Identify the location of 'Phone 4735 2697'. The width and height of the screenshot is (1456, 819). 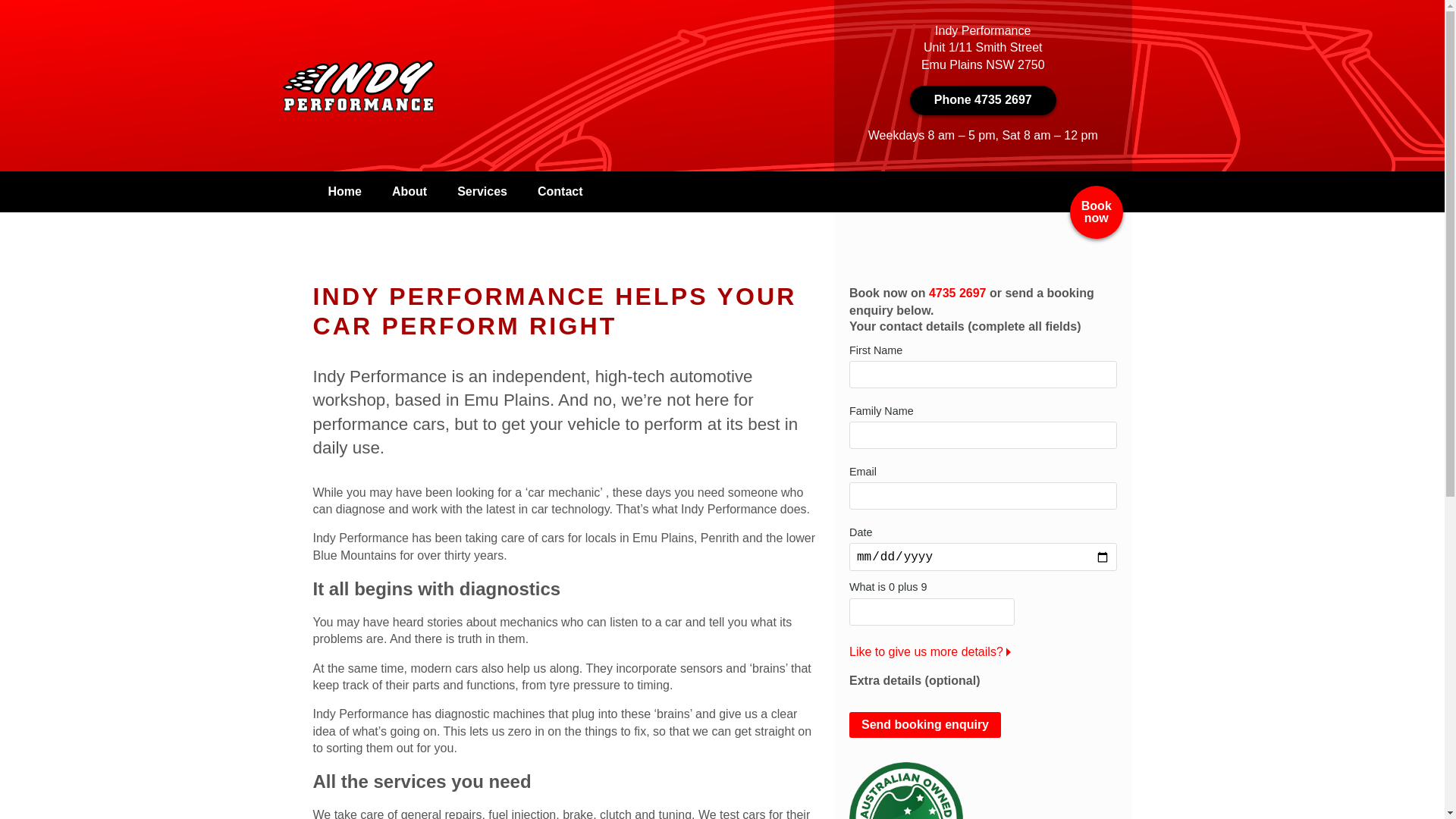
(983, 99).